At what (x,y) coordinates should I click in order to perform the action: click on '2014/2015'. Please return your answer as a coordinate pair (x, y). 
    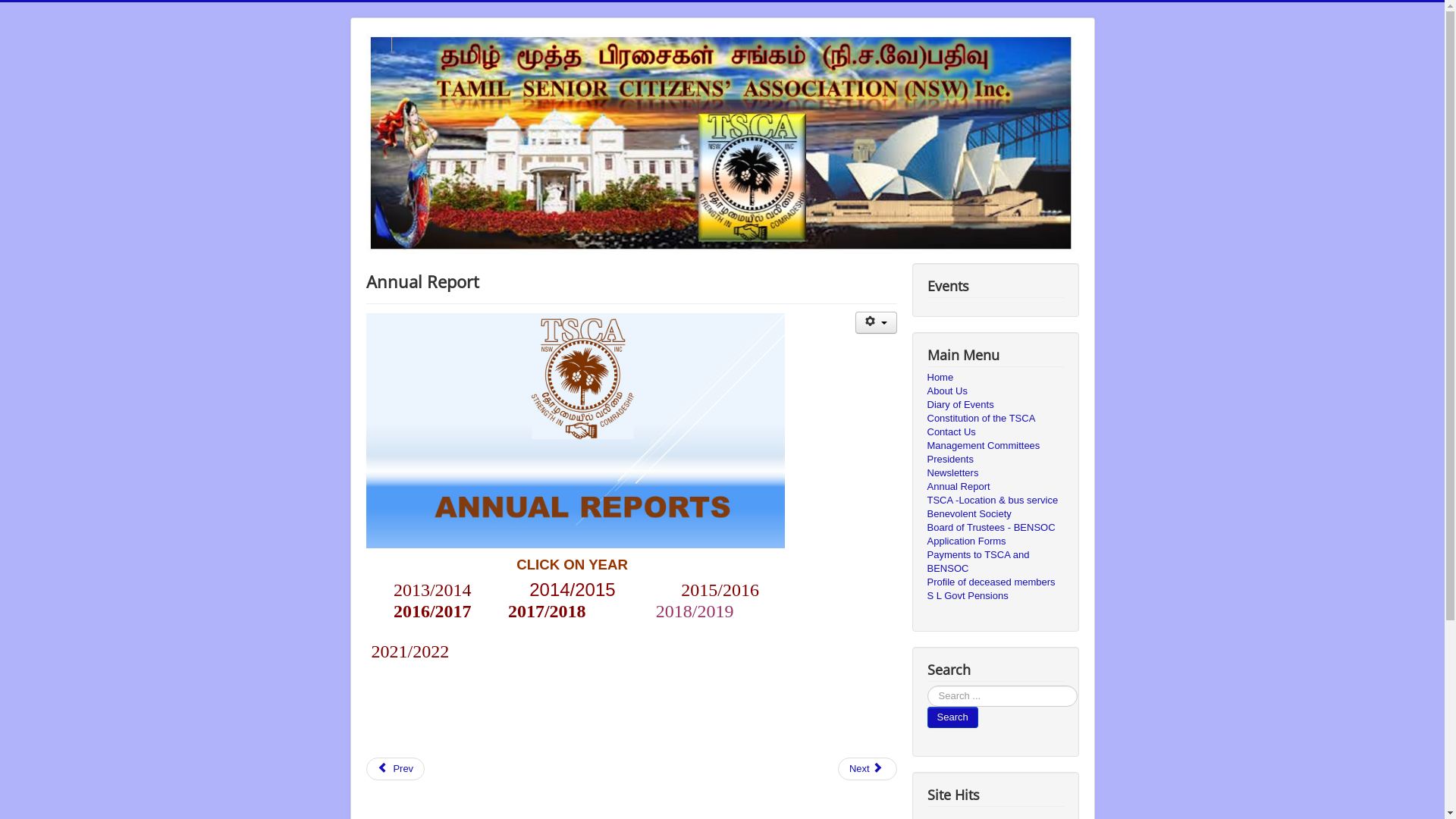
    Looking at the image, I should click on (571, 591).